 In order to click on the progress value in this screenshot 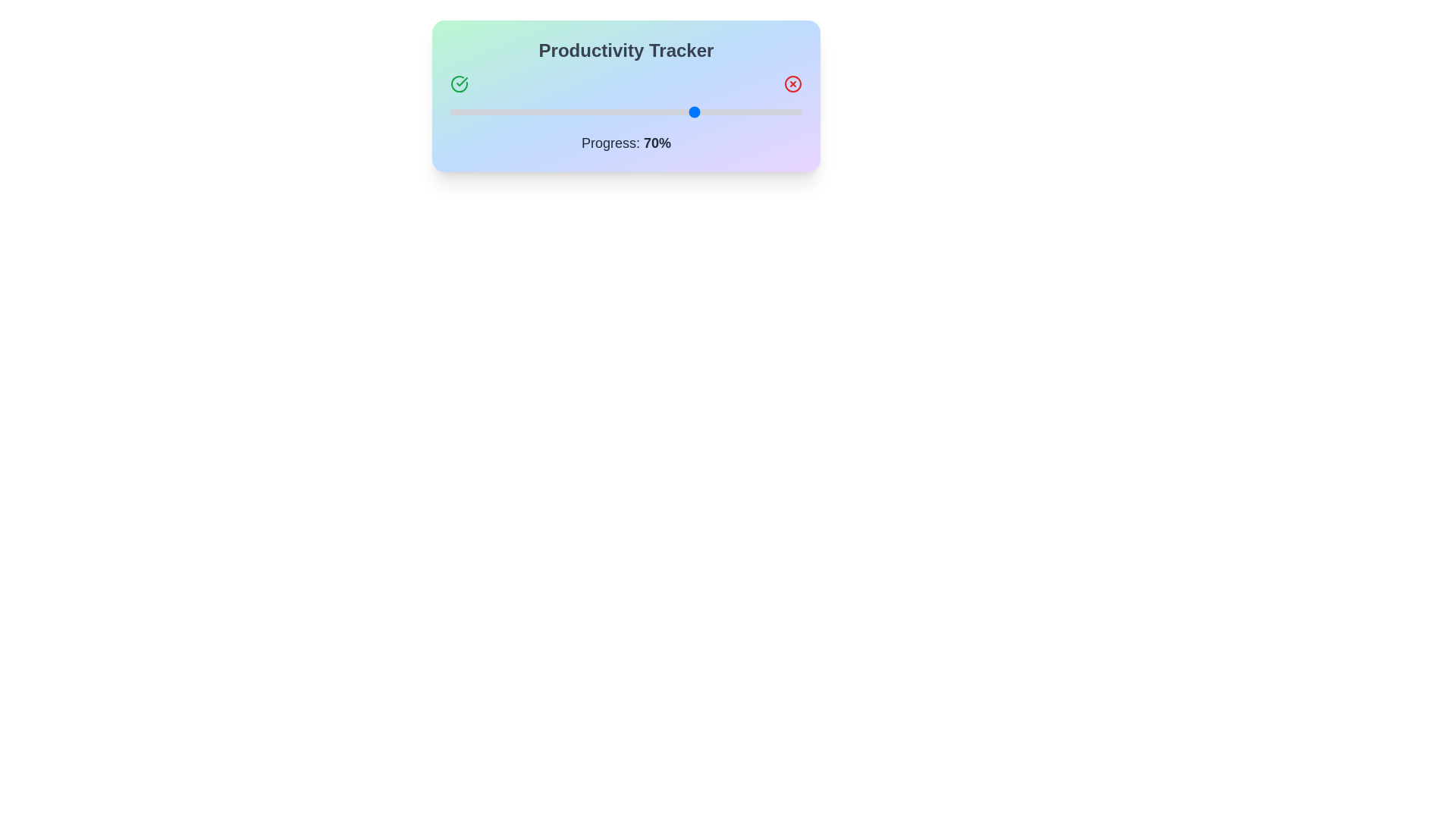, I will do `click(470, 111)`.